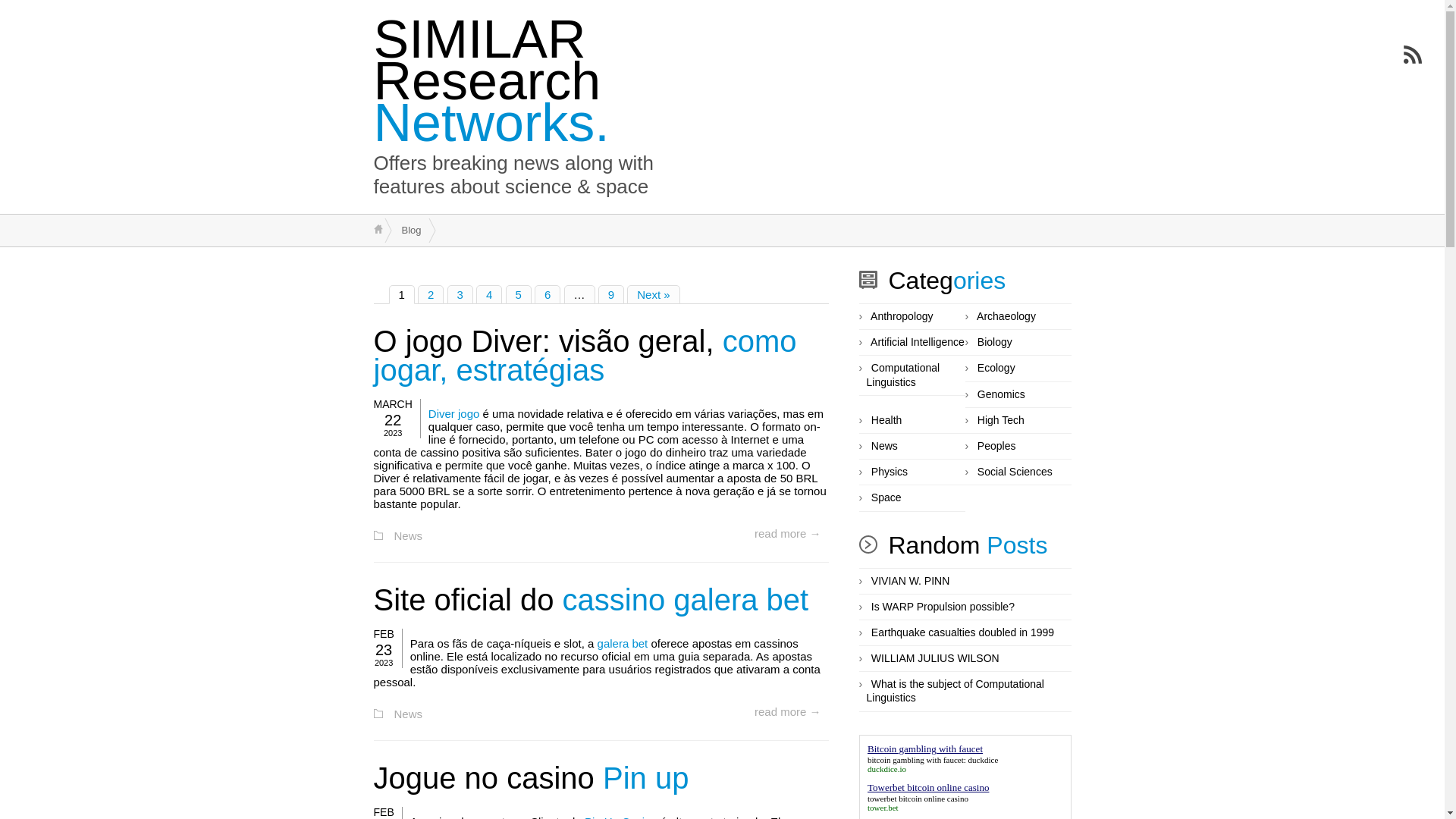  I want to click on 'VIVIAN W. PINN', so click(871, 581).